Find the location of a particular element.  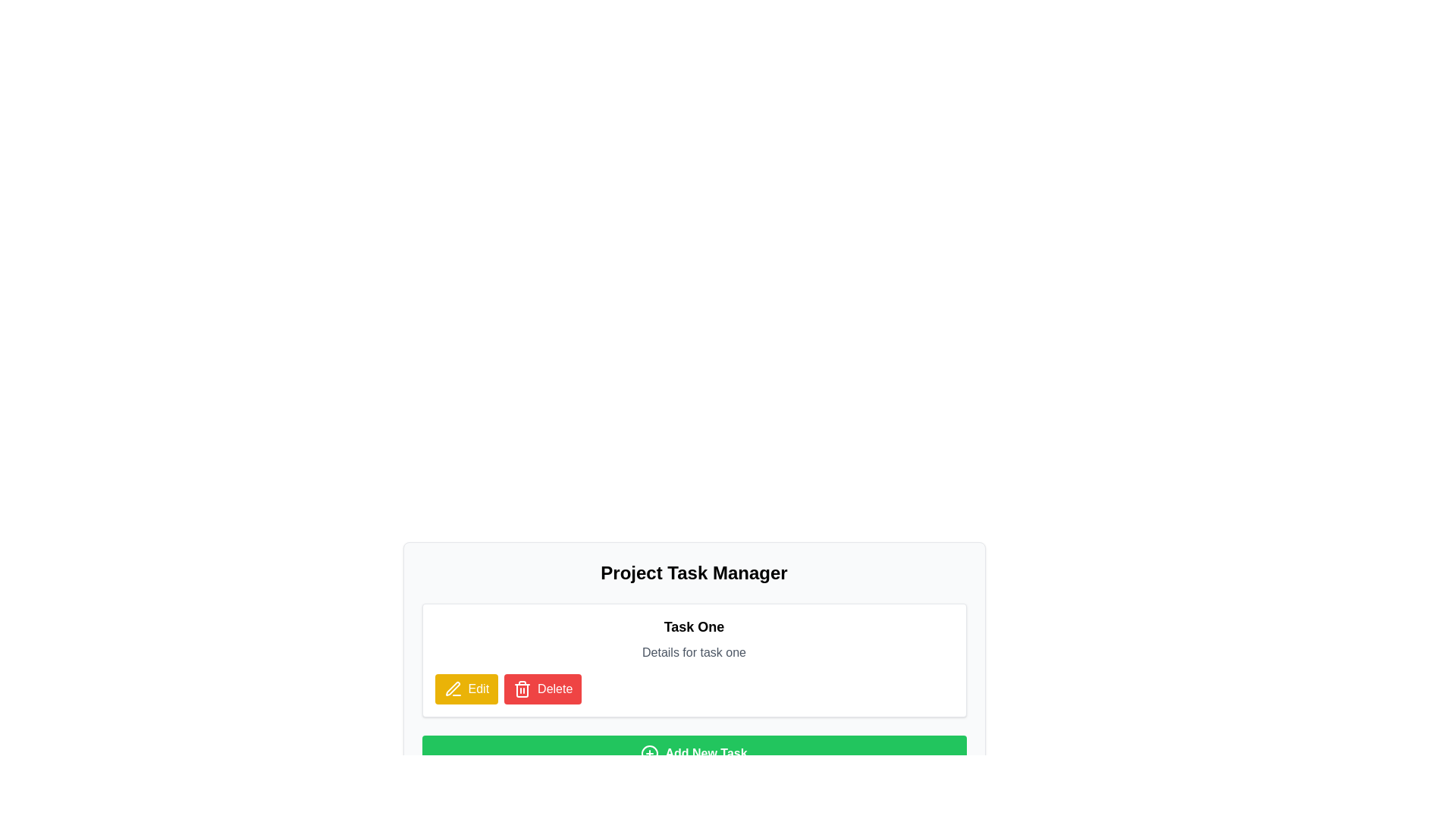

the SVG graphical element representing a 'plus inside a circle', which signifies addition or creation functionalities, located adjacent to the 'Add New Task' button is located at coordinates (650, 754).